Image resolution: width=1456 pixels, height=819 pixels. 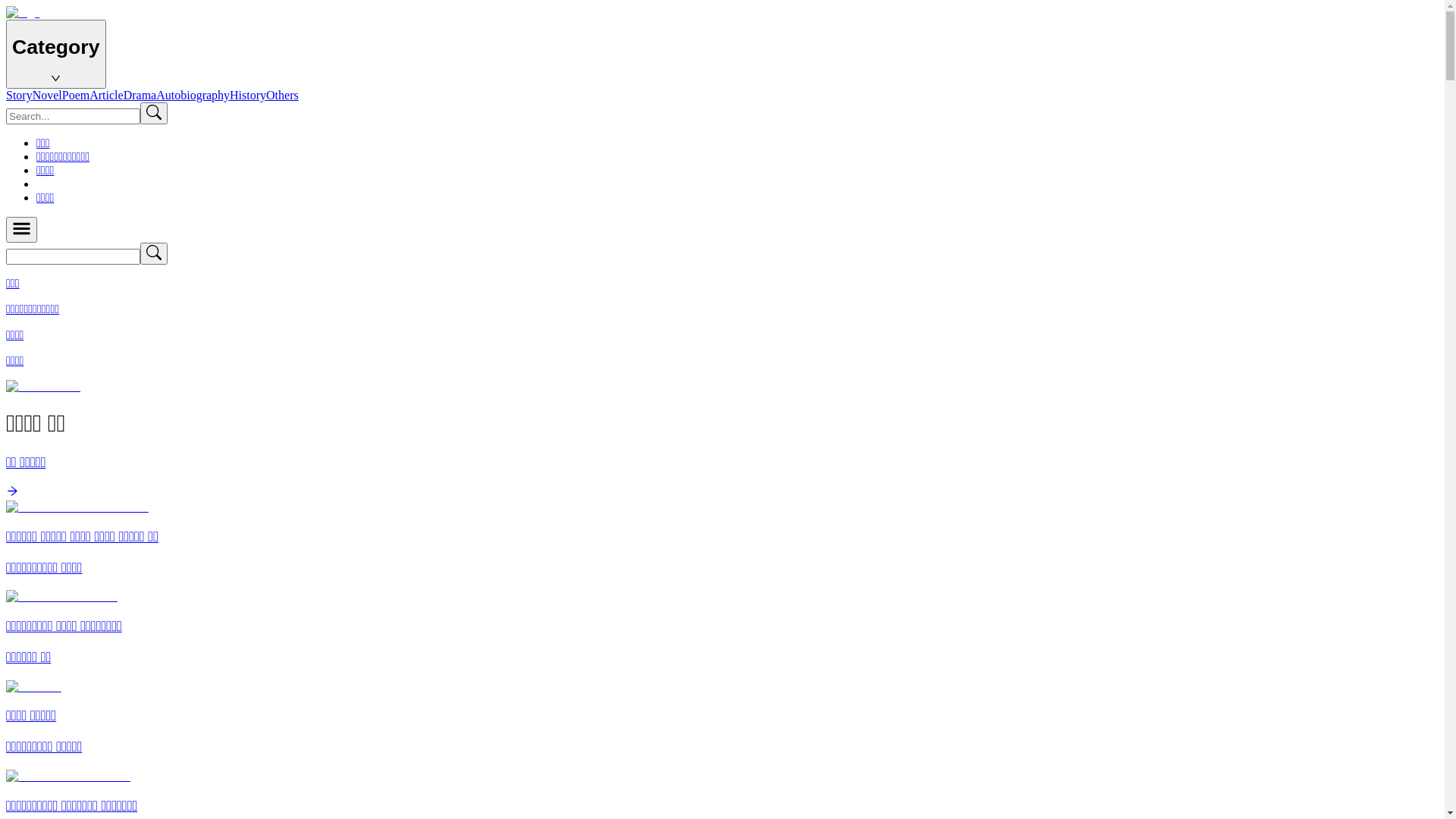 What do you see at coordinates (282, 95) in the screenshot?
I see `'Others'` at bounding box center [282, 95].